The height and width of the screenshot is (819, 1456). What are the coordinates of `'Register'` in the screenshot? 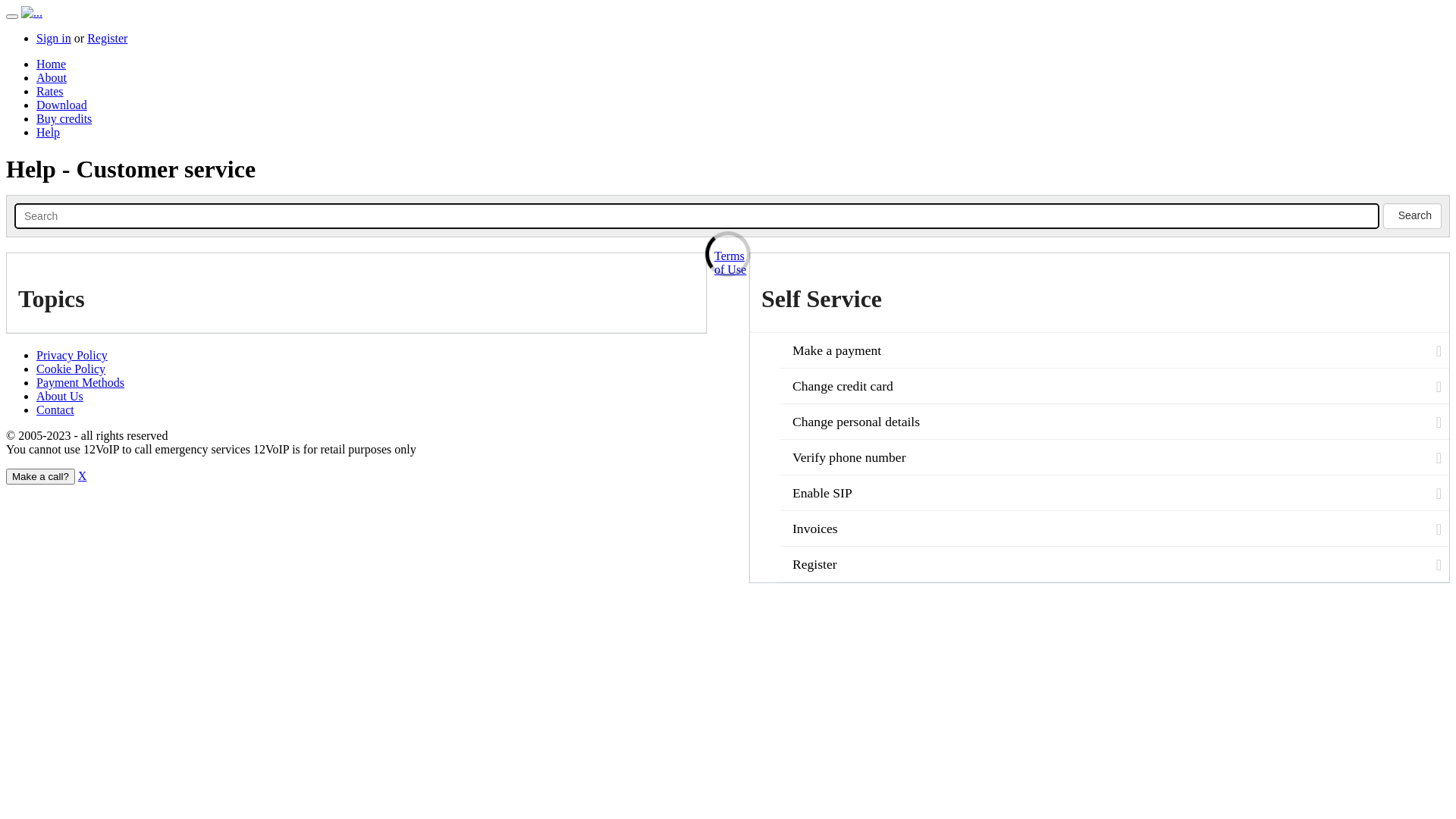 It's located at (106, 37).